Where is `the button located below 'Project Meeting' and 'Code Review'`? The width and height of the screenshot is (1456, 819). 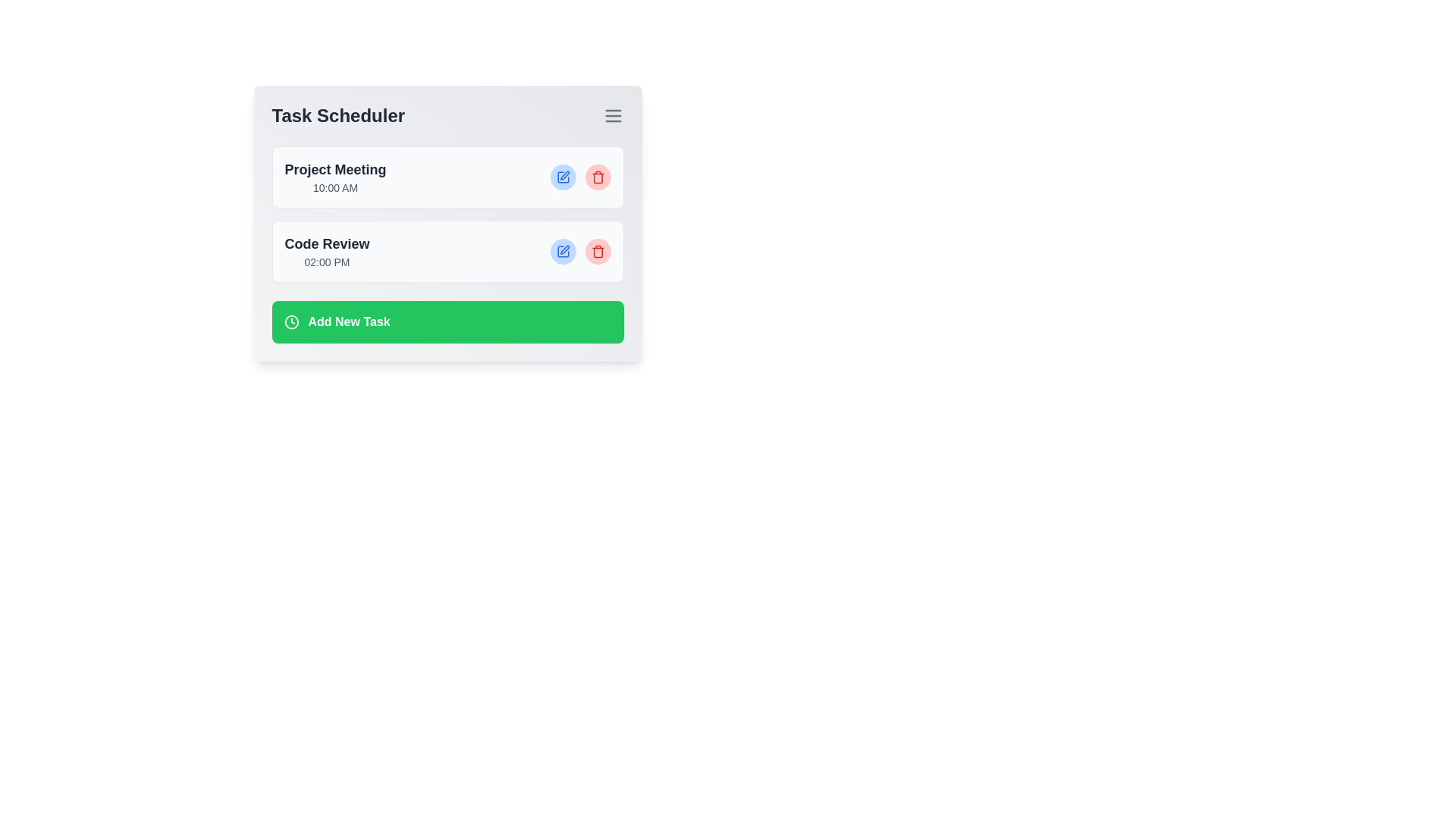 the button located below 'Project Meeting' and 'Code Review' is located at coordinates (447, 321).